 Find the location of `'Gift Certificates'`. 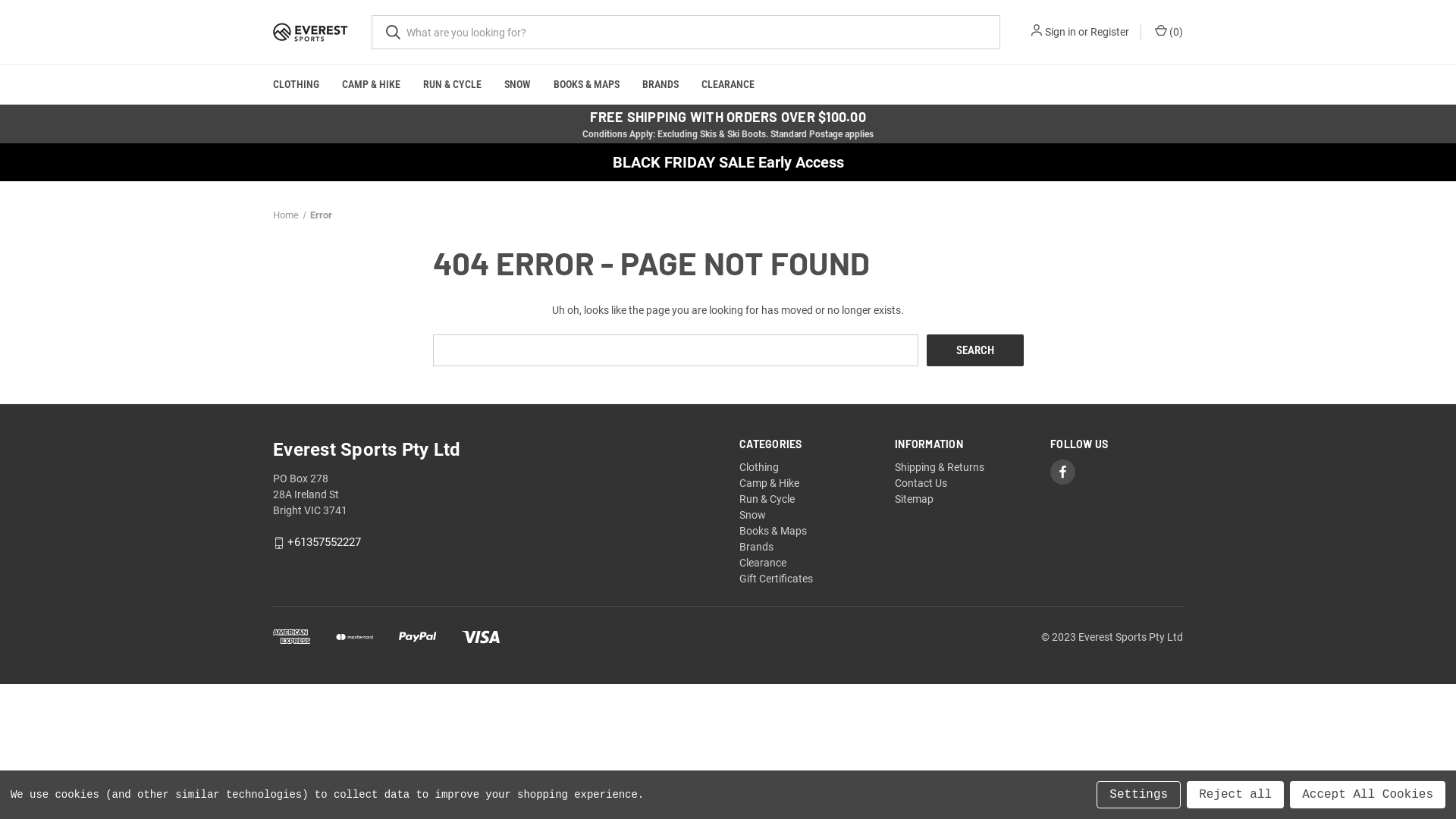

'Gift Certificates' is located at coordinates (776, 579).